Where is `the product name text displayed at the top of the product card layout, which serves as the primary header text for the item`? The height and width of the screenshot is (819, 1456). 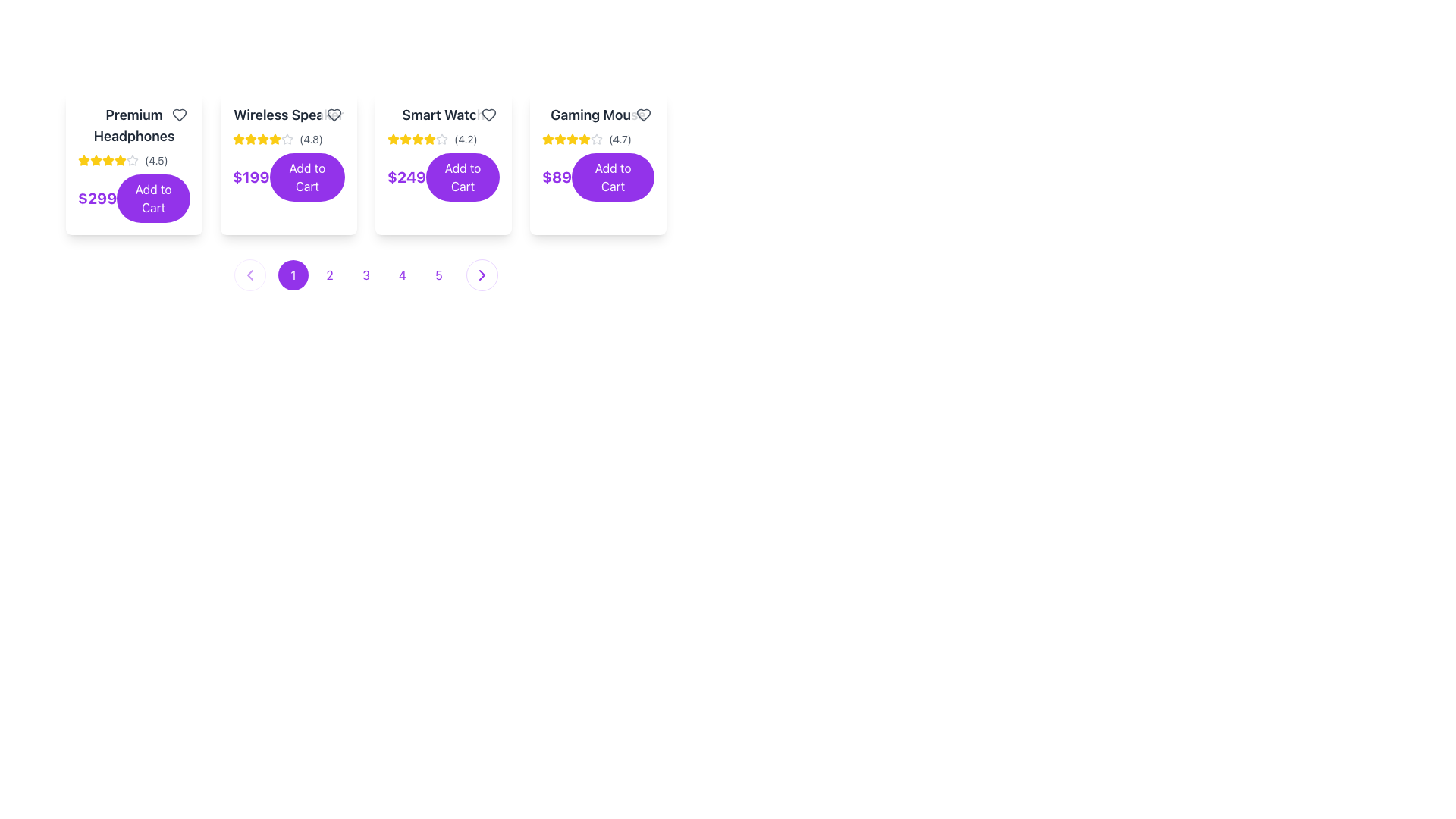
the product name text displayed at the top of the product card layout, which serves as the primary header text for the item is located at coordinates (134, 124).